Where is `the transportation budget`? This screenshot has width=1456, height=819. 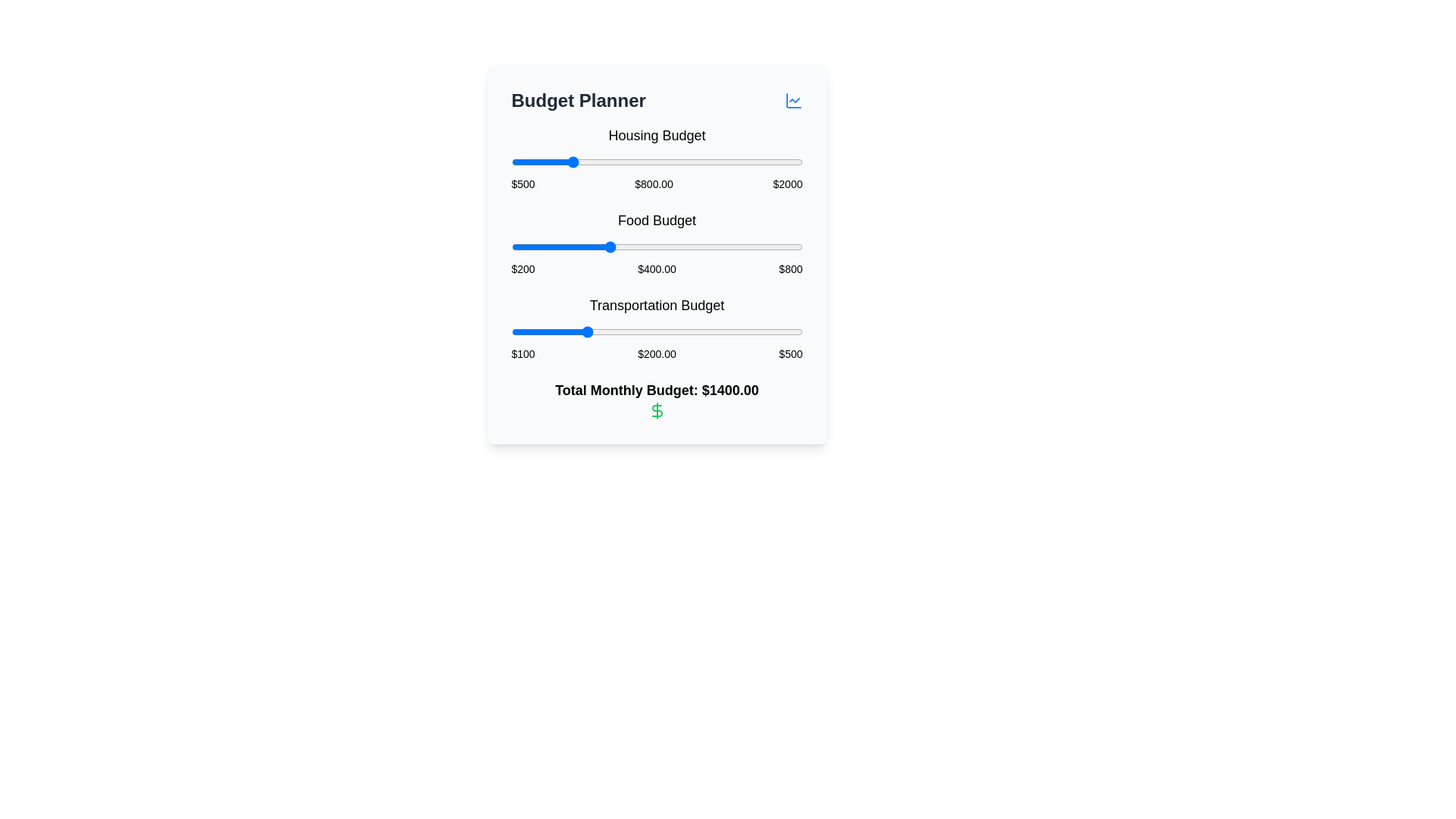 the transportation budget is located at coordinates (616, 331).